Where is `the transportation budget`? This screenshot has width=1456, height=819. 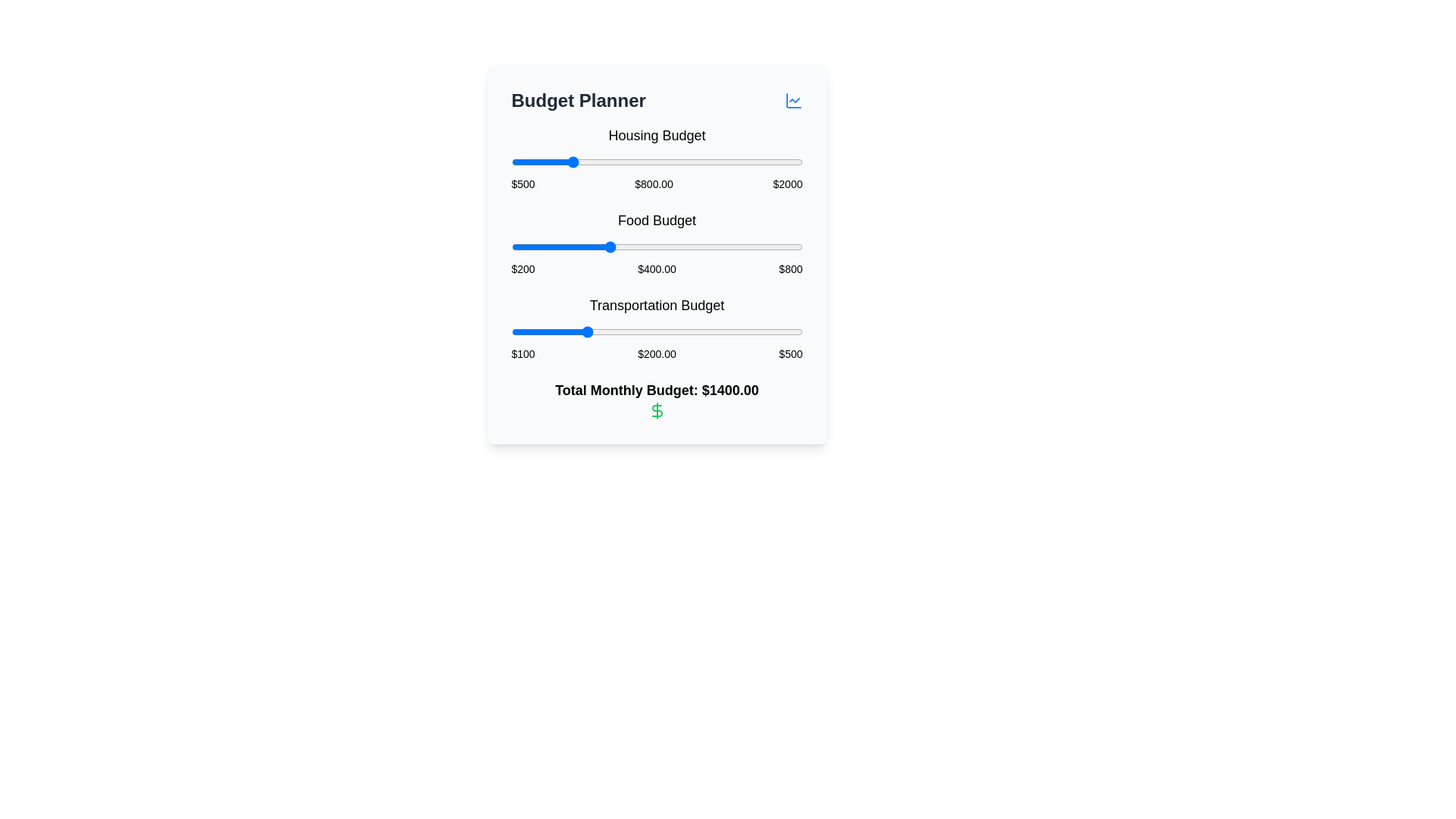 the transportation budget is located at coordinates (616, 331).